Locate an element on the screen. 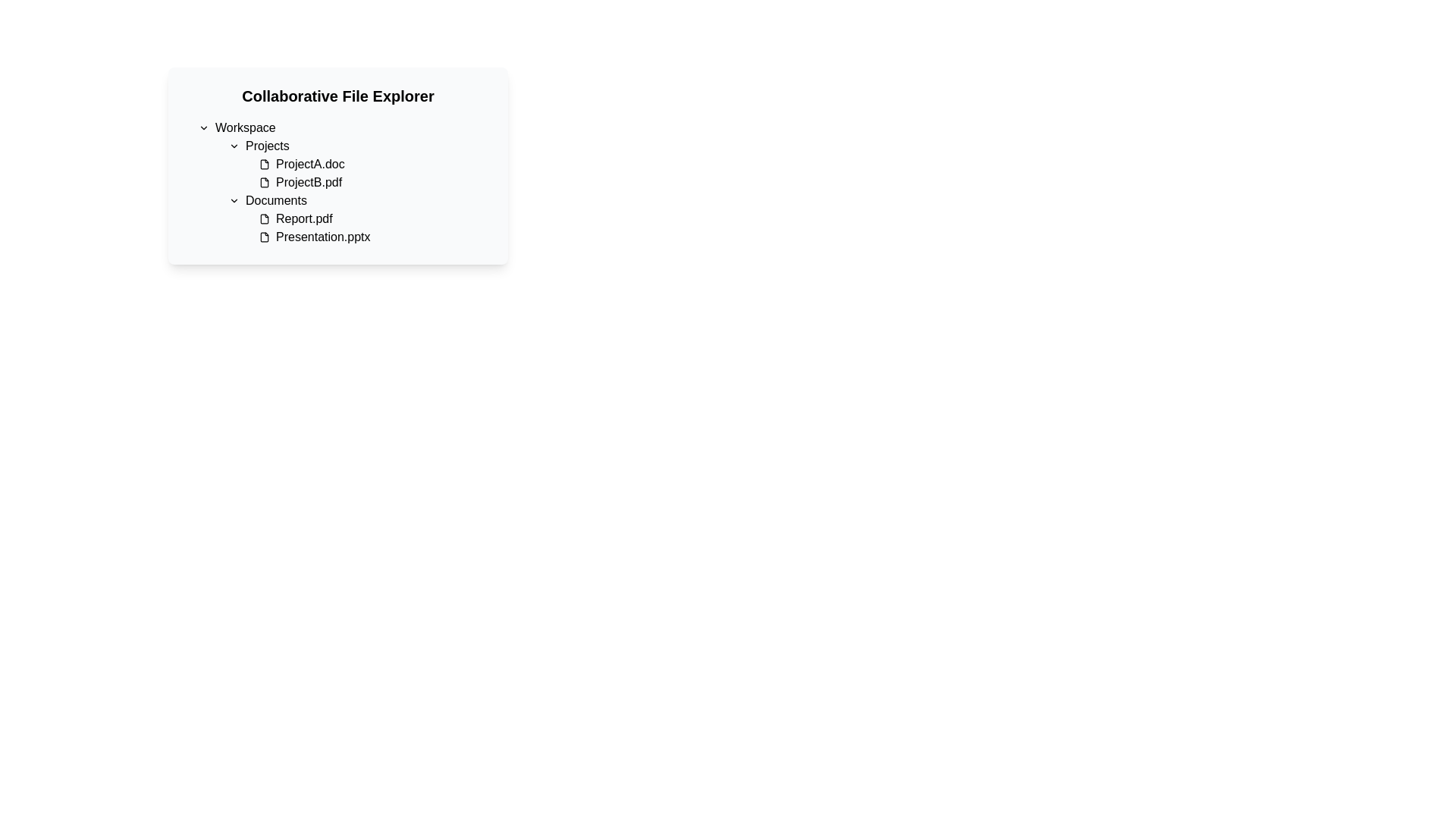  the dropdown icon located to the immediate left of the 'Workspace' text, which serves as a visual indicator for showing or hiding the contents under the 'Workspace' section is located at coordinates (202, 127).